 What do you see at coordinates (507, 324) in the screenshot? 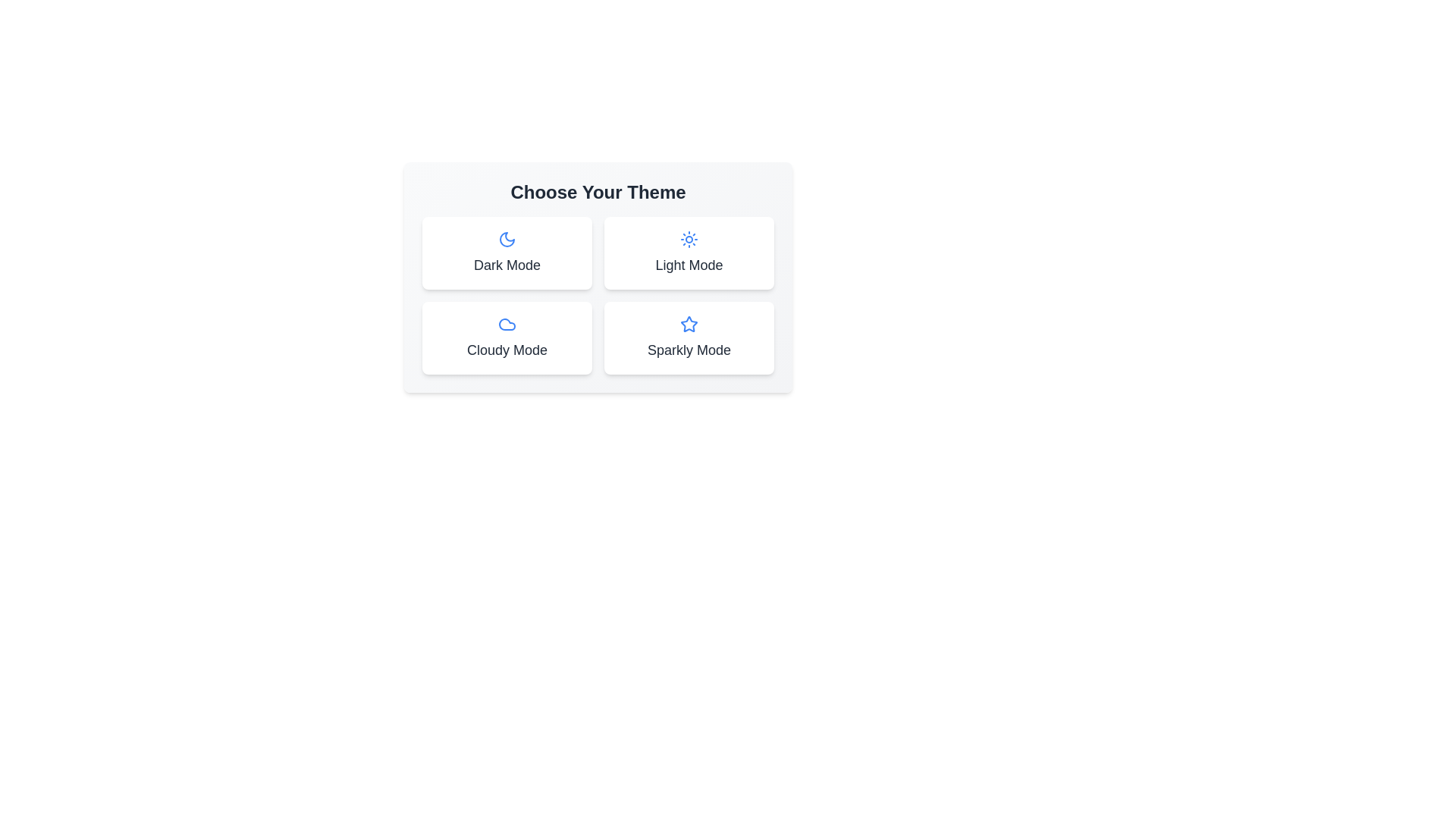
I see `the Cloudy Mode icon, which is a visual indicator located near the top of the Cloudy Mode button in the theme selection grid` at bounding box center [507, 324].